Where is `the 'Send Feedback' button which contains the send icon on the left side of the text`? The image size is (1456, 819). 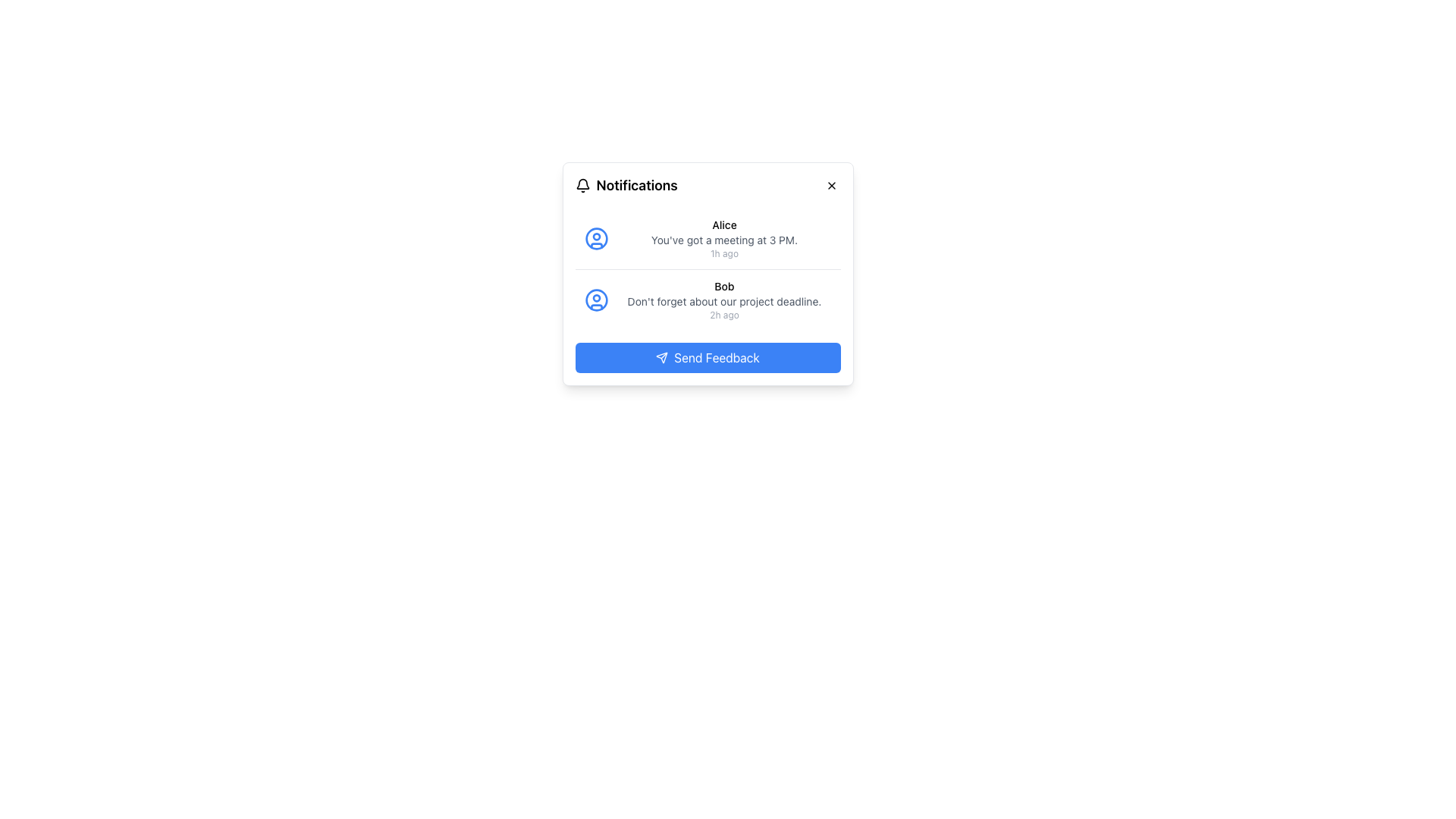
the 'Send Feedback' button which contains the send icon on the left side of the text is located at coordinates (662, 357).